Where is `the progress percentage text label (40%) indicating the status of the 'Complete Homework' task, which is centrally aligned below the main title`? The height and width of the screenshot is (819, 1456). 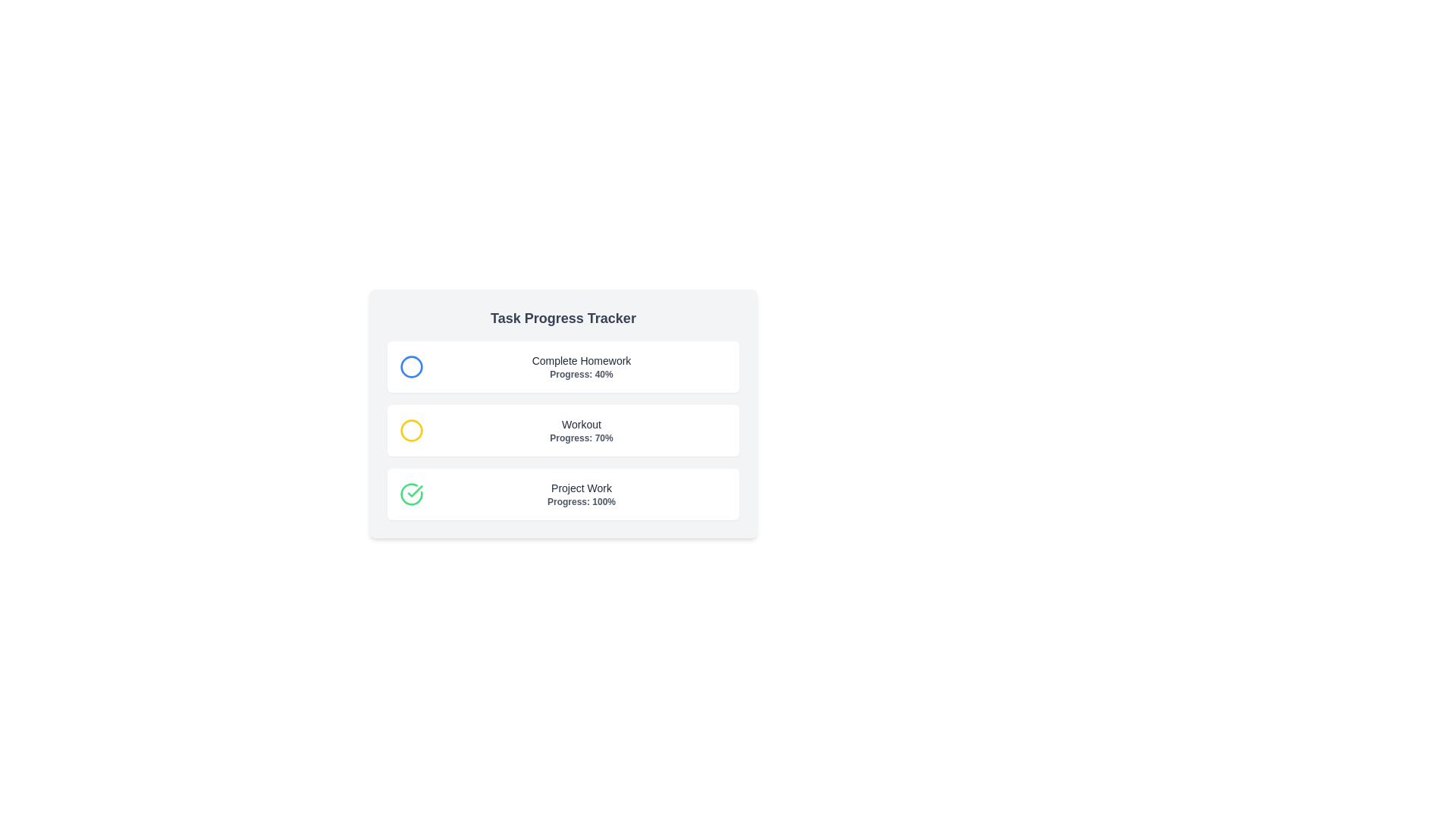 the progress percentage text label (40%) indicating the status of the 'Complete Homework' task, which is centrally aligned below the main title is located at coordinates (581, 374).